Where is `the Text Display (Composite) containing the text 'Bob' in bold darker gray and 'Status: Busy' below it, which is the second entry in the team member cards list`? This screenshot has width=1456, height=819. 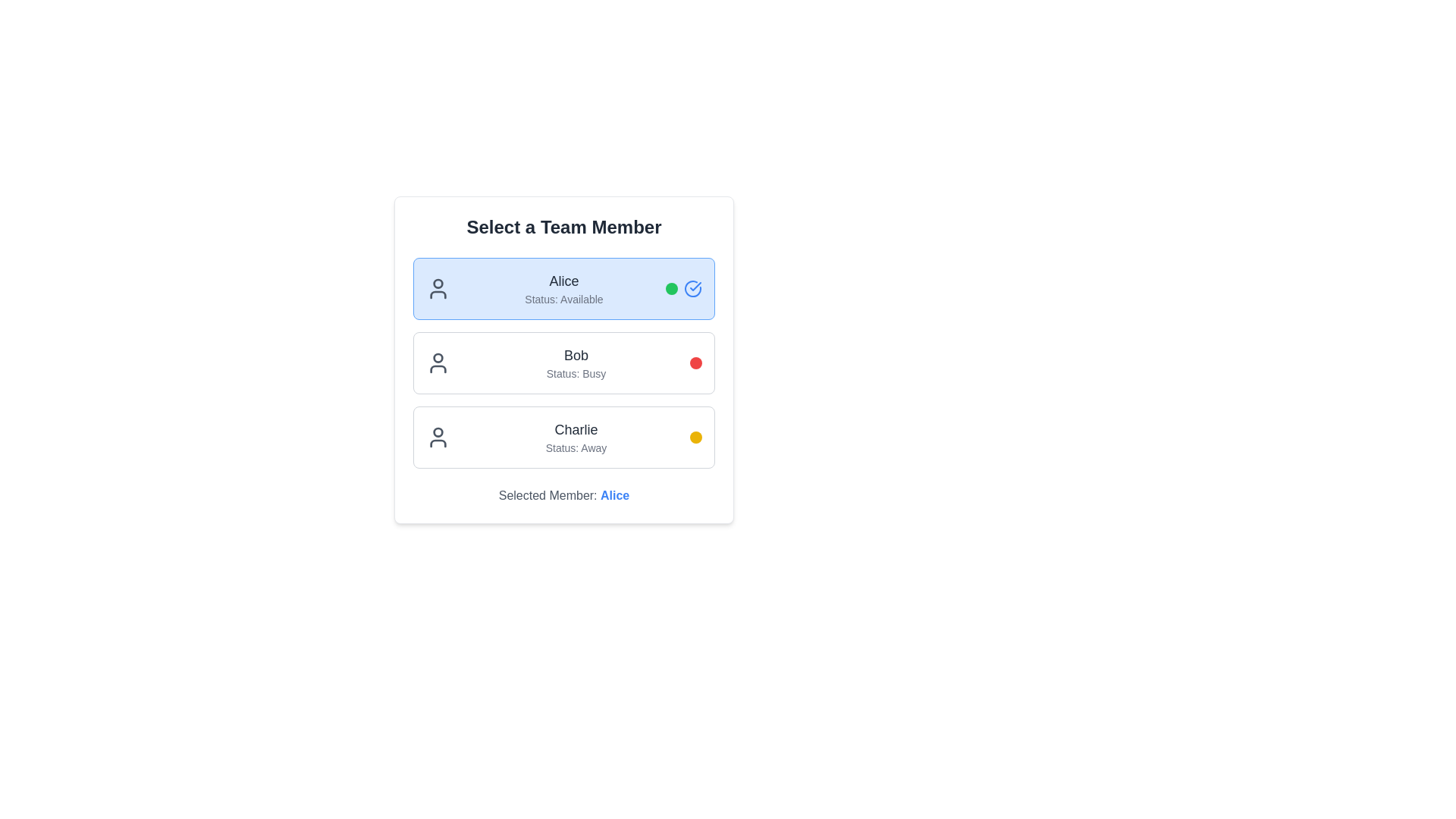 the Text Display (Composite) containing the text 'Bob' in bold darker gray and 'Status: Busy' below it, which is the second entry in the team member cards list is located at coordinates (575, 362).